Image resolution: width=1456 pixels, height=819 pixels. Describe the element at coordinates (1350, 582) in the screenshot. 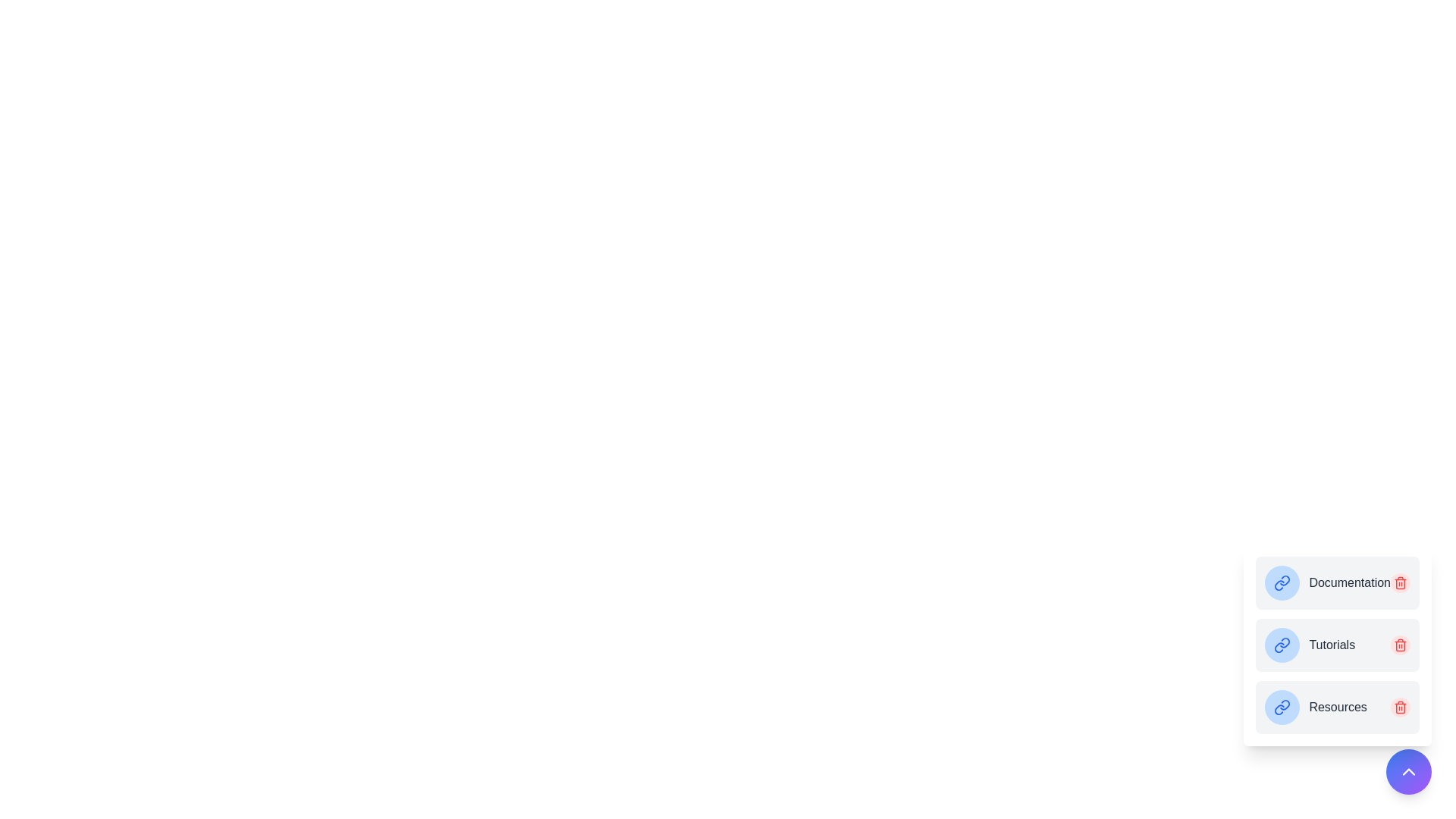

I see `the bookmark named Documentation to open its link` at that location.